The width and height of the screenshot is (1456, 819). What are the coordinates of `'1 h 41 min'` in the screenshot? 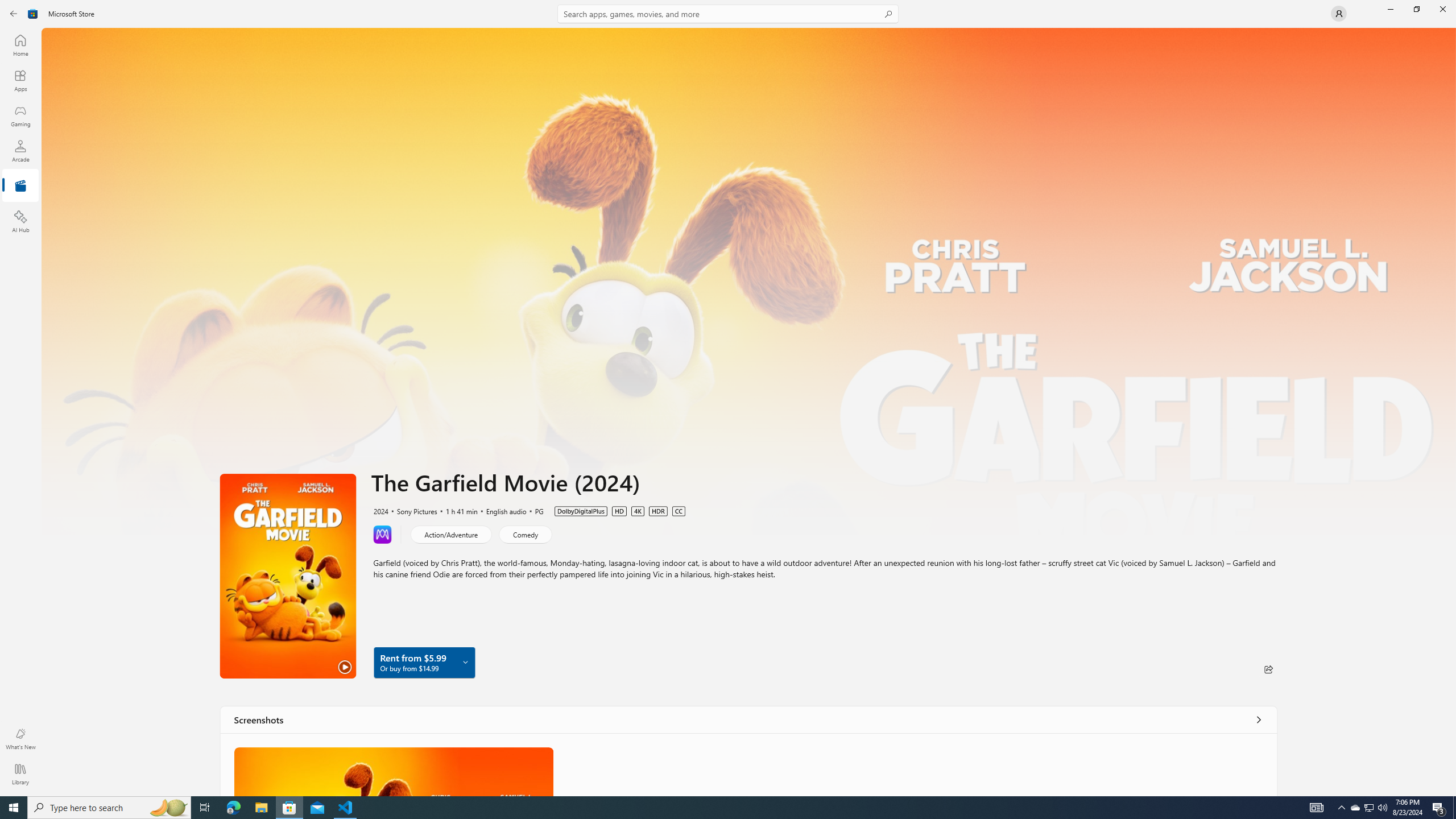 It's located at (457, 510).